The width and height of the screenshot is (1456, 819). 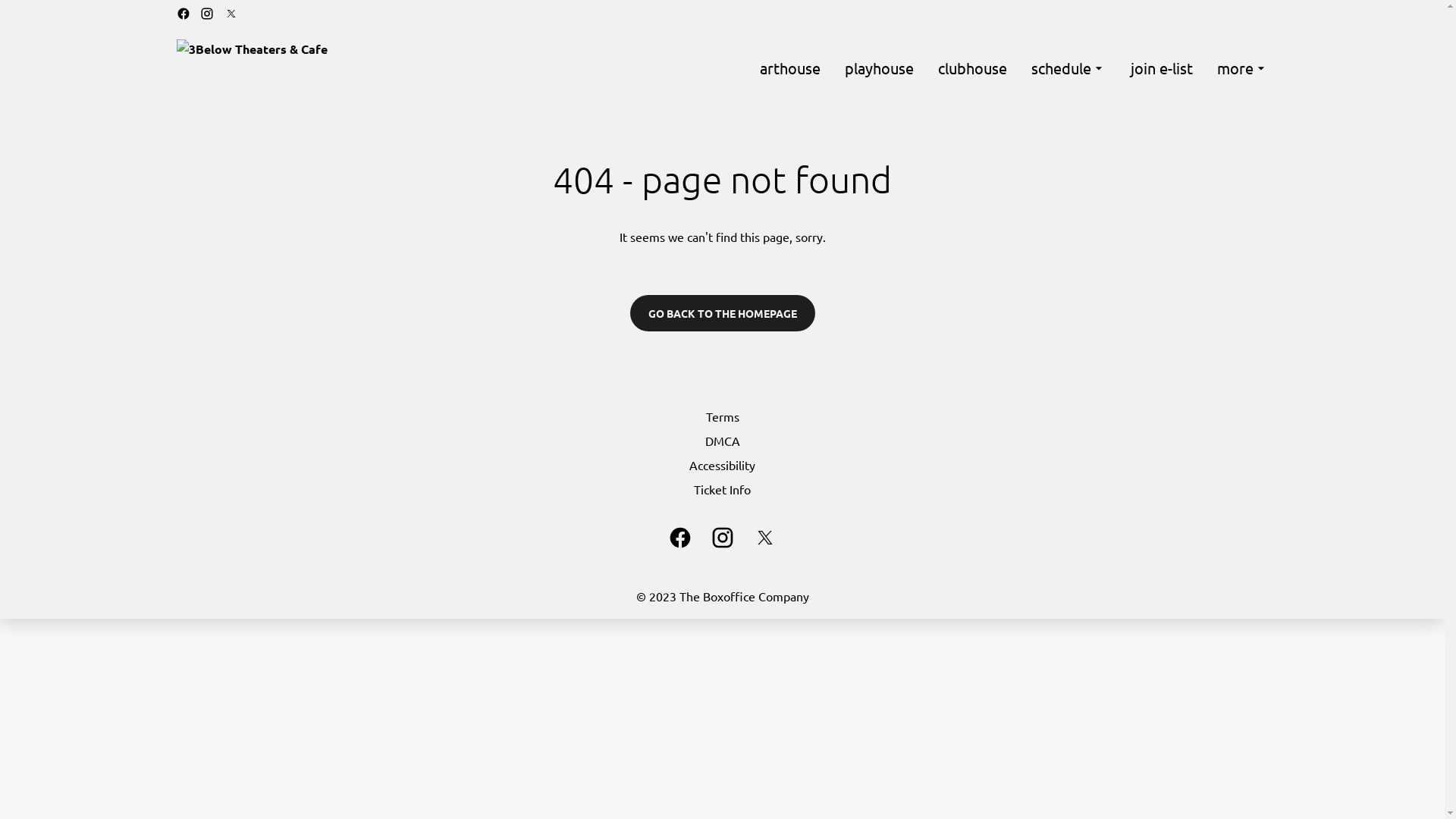 What do you see at coordinates (720, 537) in the screenshot?
I see `'instagram'` at bounding box center [720, 537].